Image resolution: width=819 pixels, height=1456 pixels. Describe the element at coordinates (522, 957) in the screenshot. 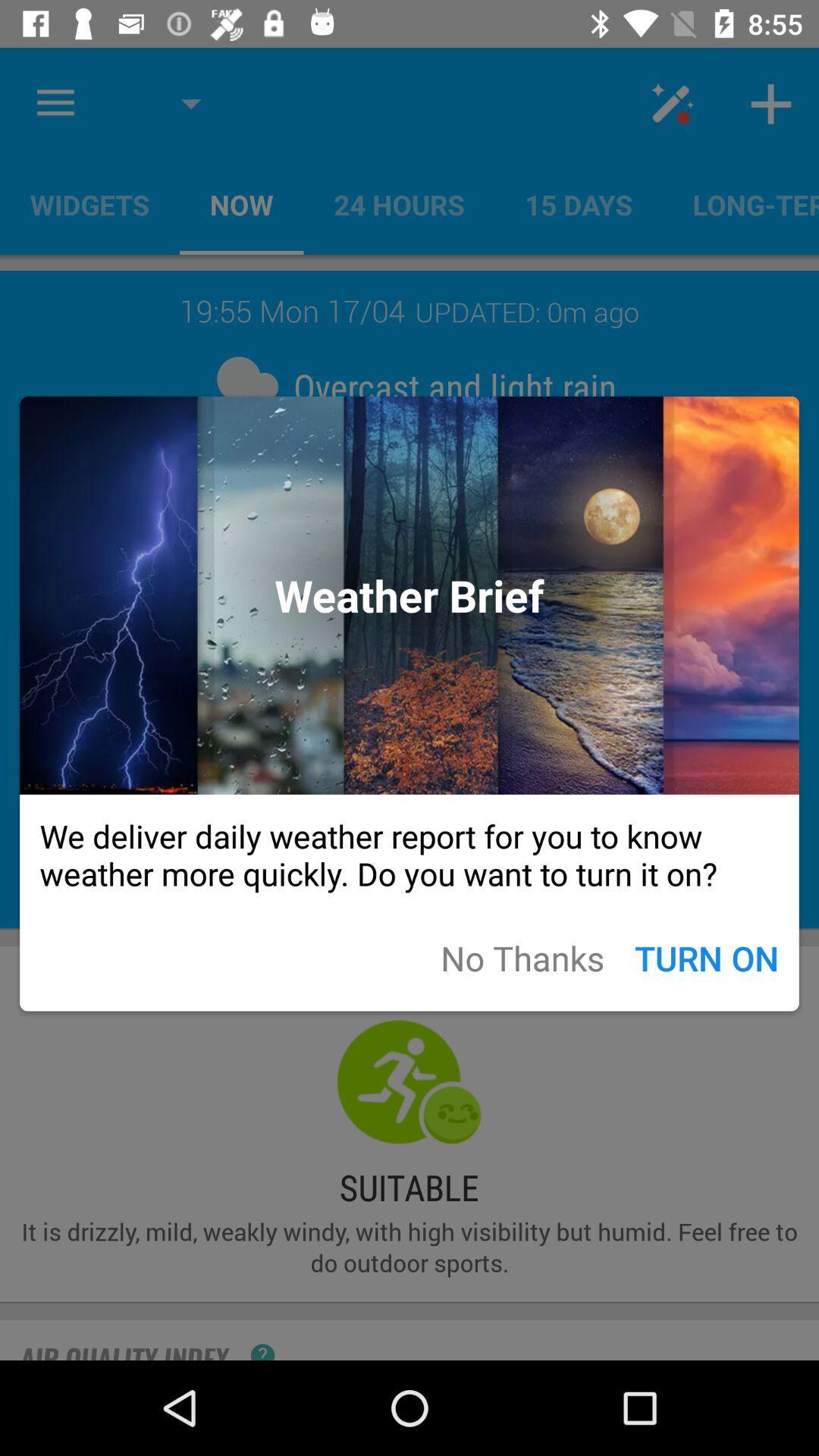

I see `icon next to the turn on` at that location.